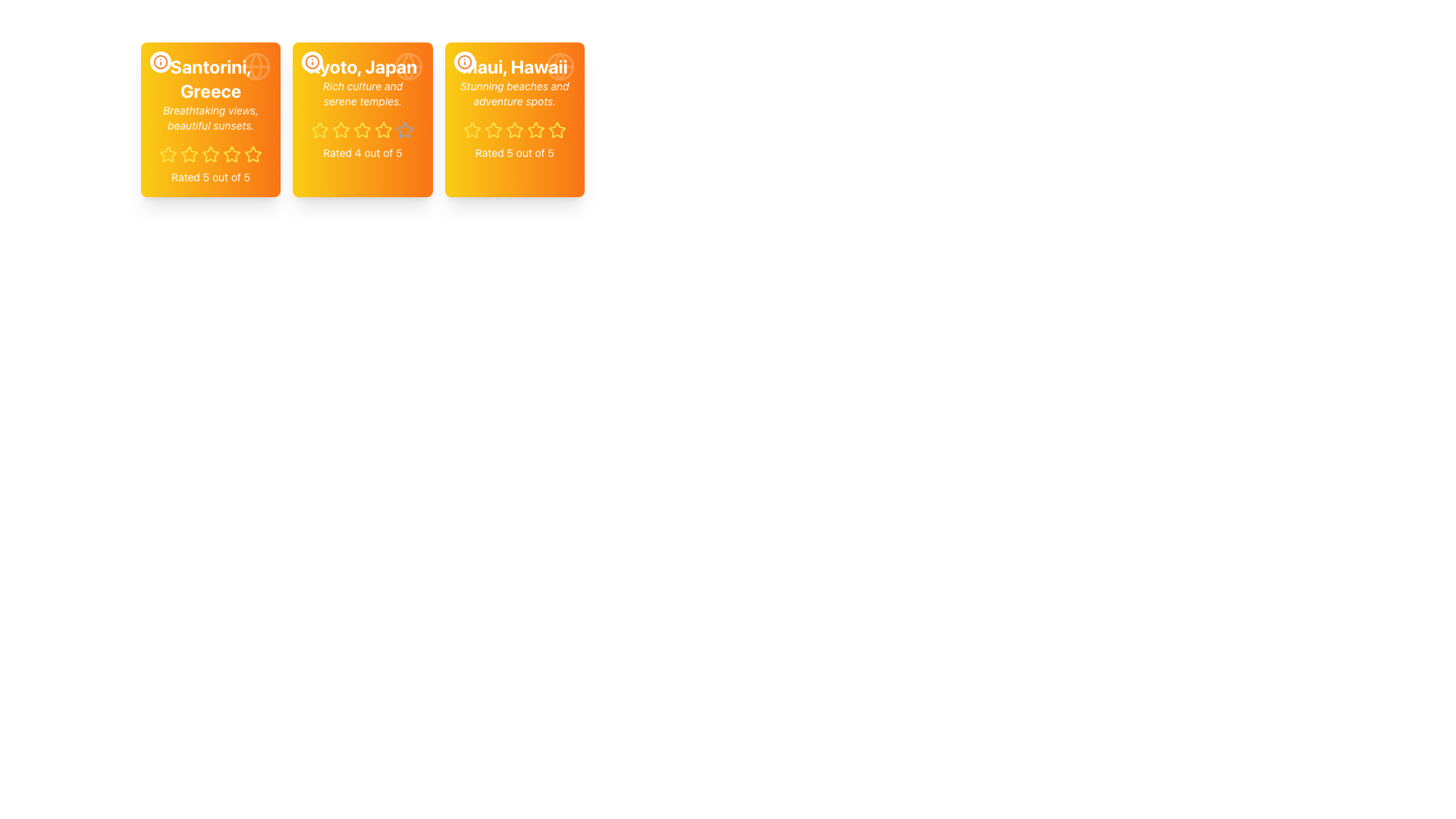 The image size is (1456, 819). I want to click on the hollow gray star icon, which is the fifth star in the row of rating stars below the title 'Kyoto, Japan', so click(405, 130).